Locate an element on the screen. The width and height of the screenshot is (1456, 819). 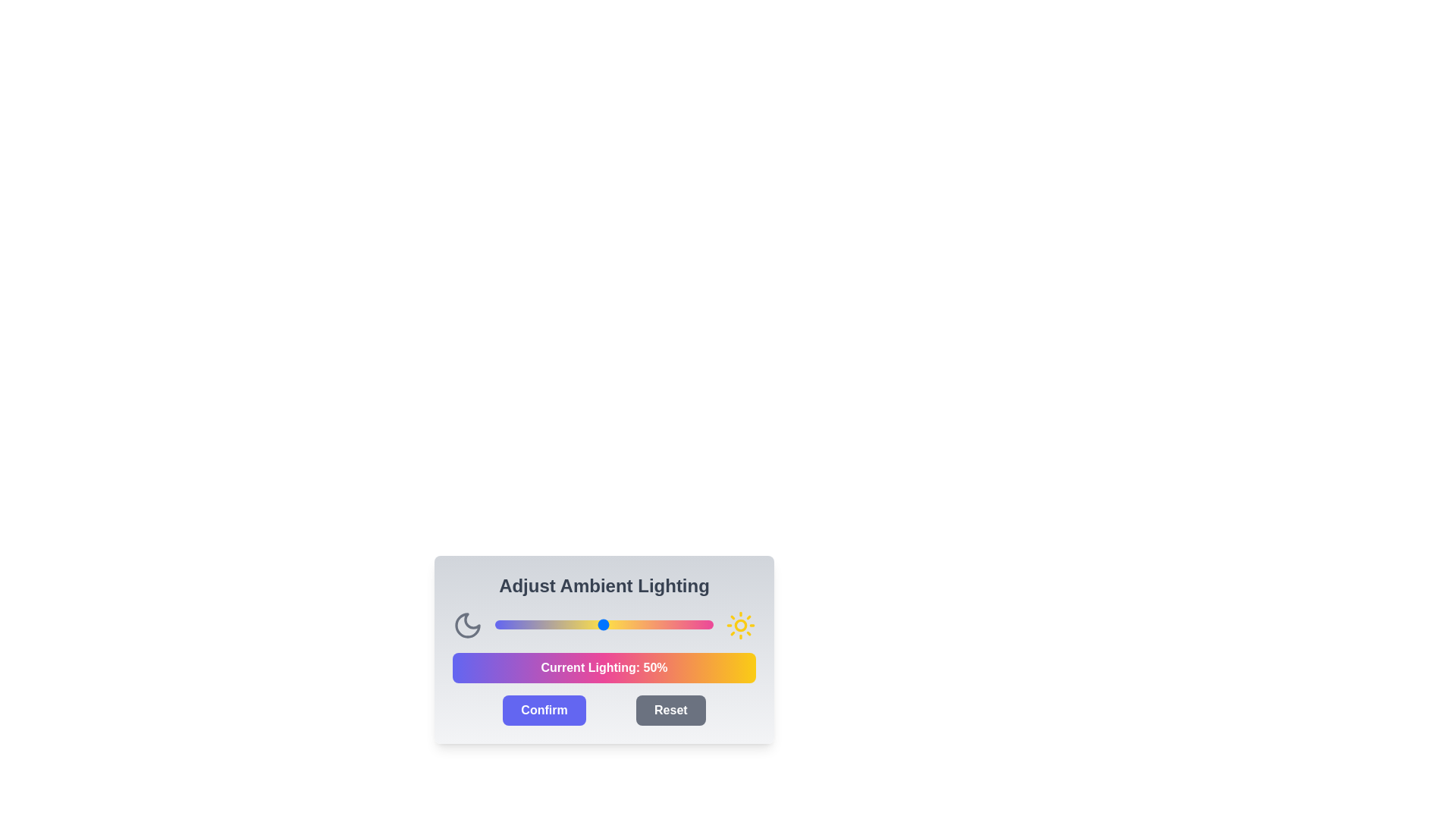
the light intensity slider to 51% is located at coordinates (605, 625).